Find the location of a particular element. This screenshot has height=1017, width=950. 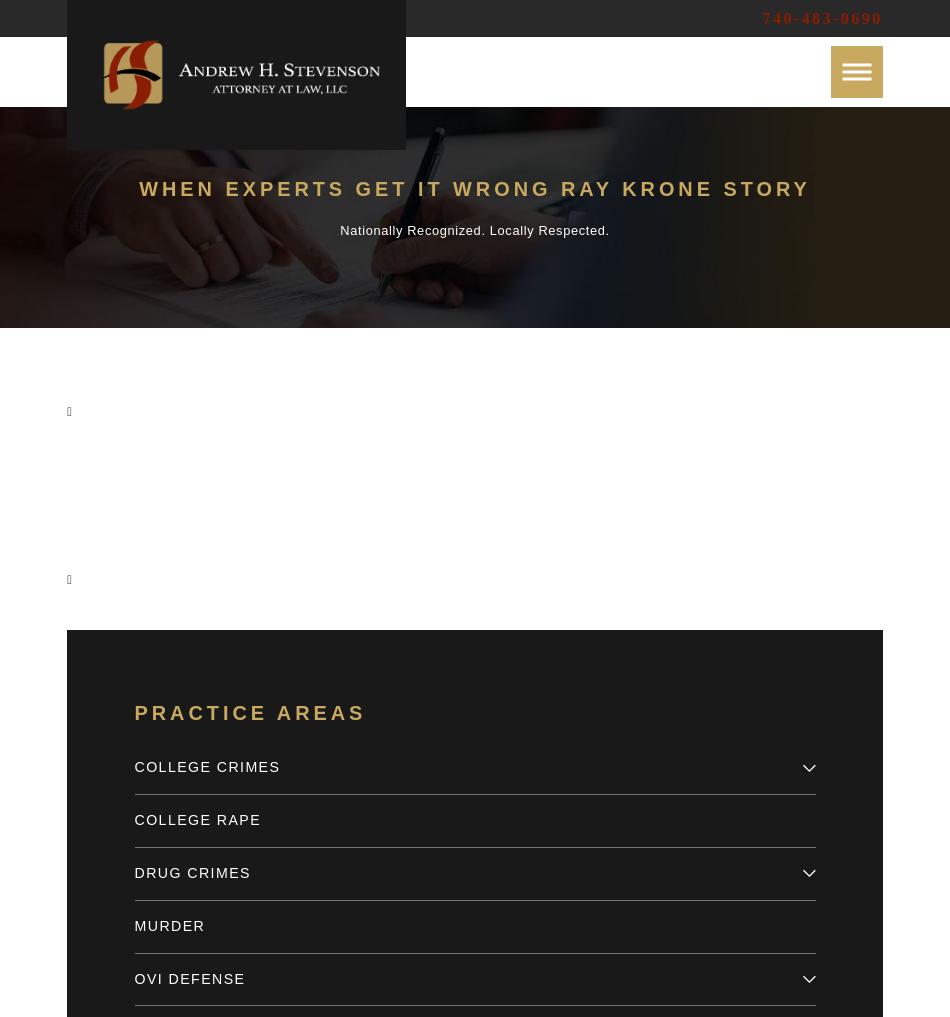

'My Wins' is located at coordinates (113, 282).